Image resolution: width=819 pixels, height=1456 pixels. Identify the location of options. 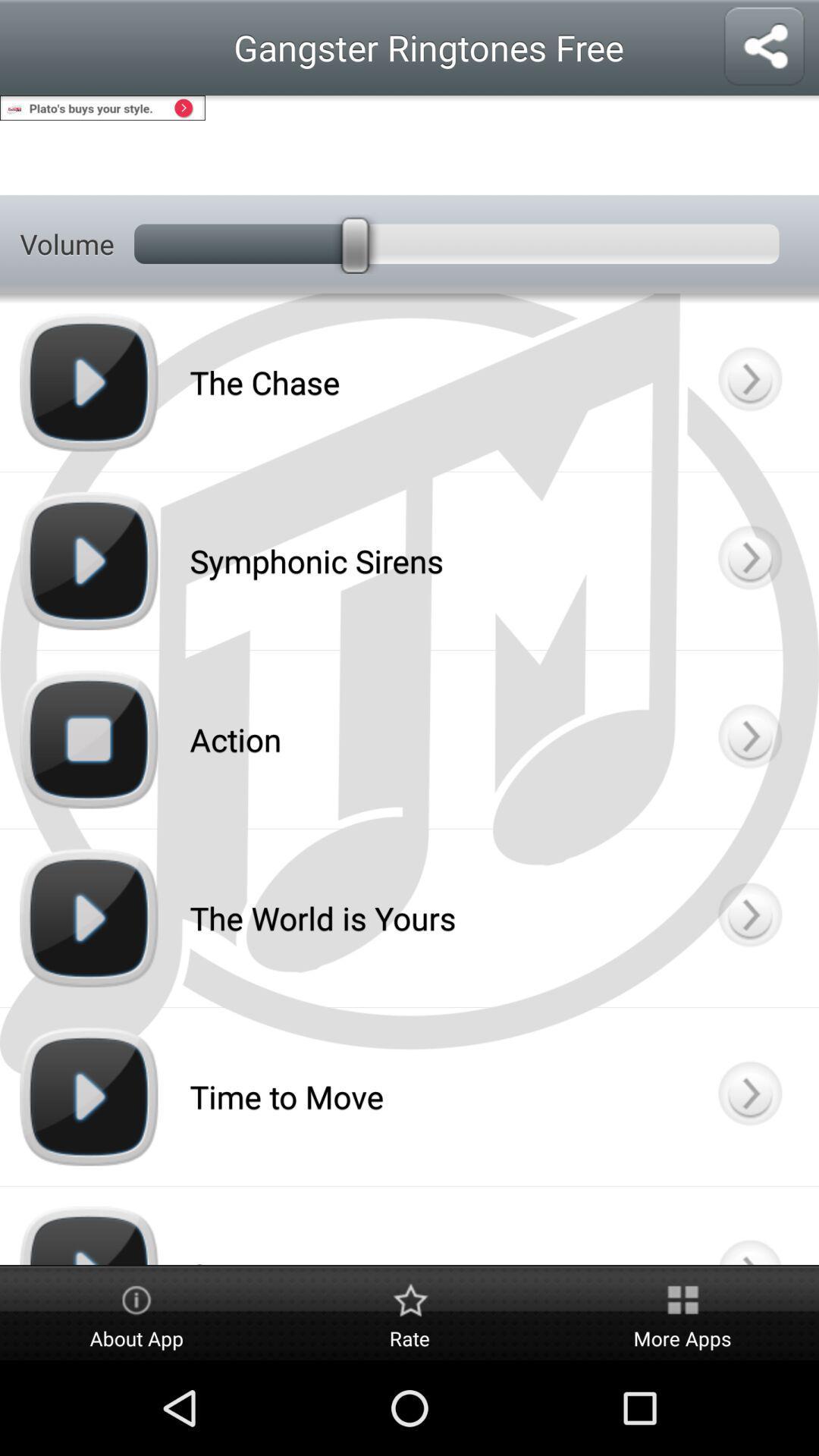
(748, 382).